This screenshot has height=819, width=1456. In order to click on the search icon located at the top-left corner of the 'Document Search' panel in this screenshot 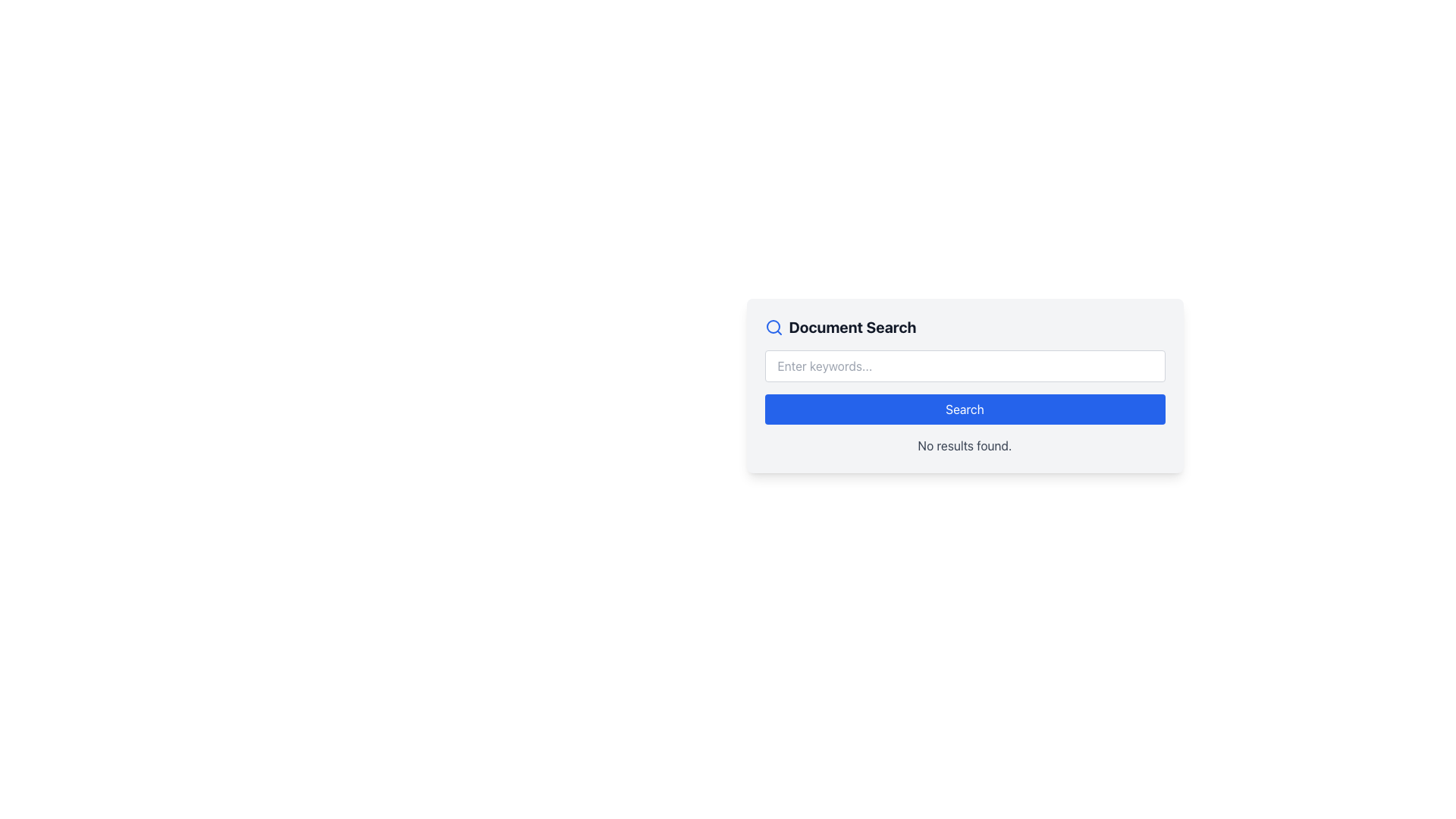, I will do `click(773, 327)`.